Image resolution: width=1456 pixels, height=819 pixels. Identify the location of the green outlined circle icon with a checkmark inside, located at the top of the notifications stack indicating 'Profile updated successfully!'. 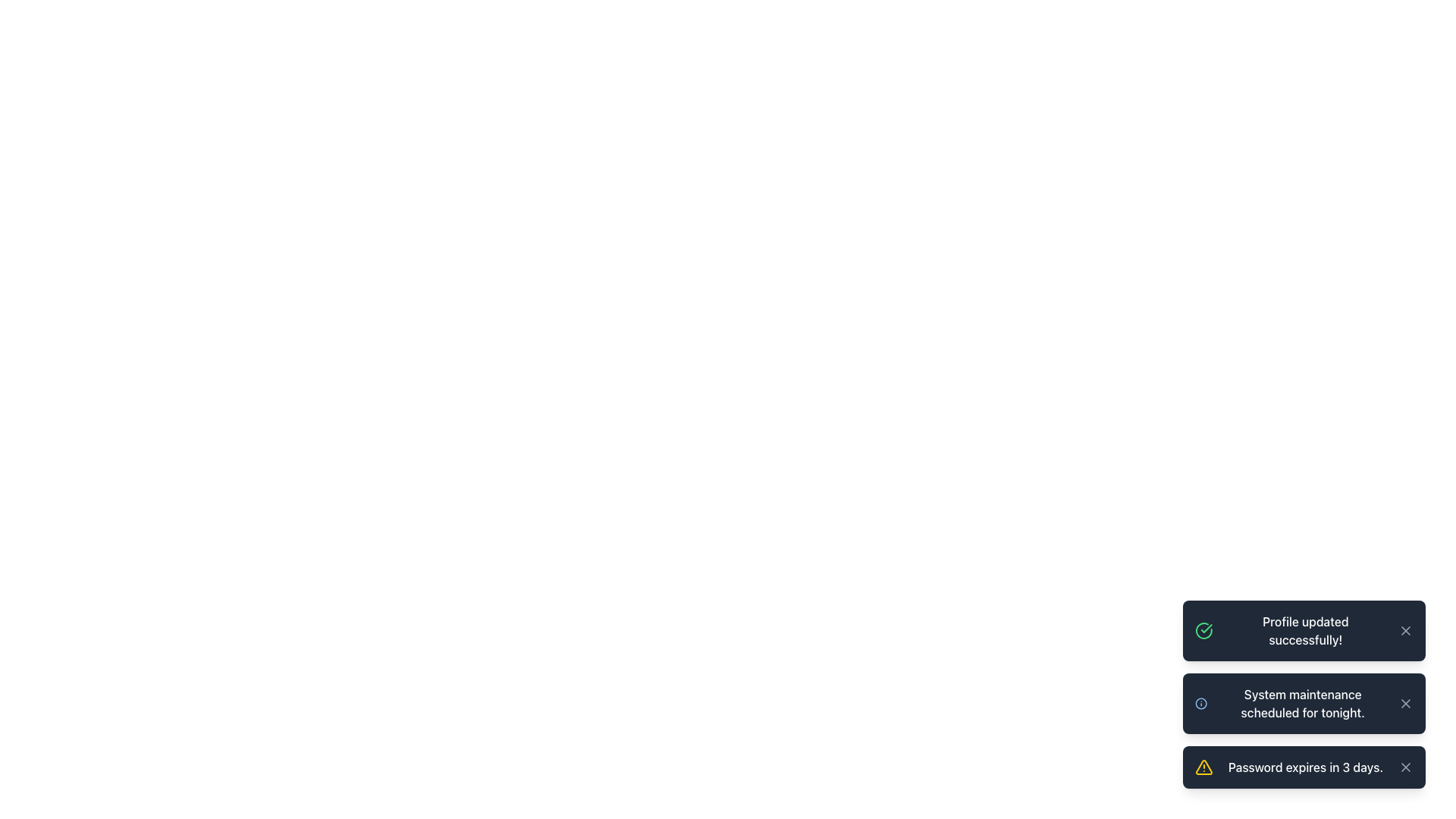
(1203, 631).